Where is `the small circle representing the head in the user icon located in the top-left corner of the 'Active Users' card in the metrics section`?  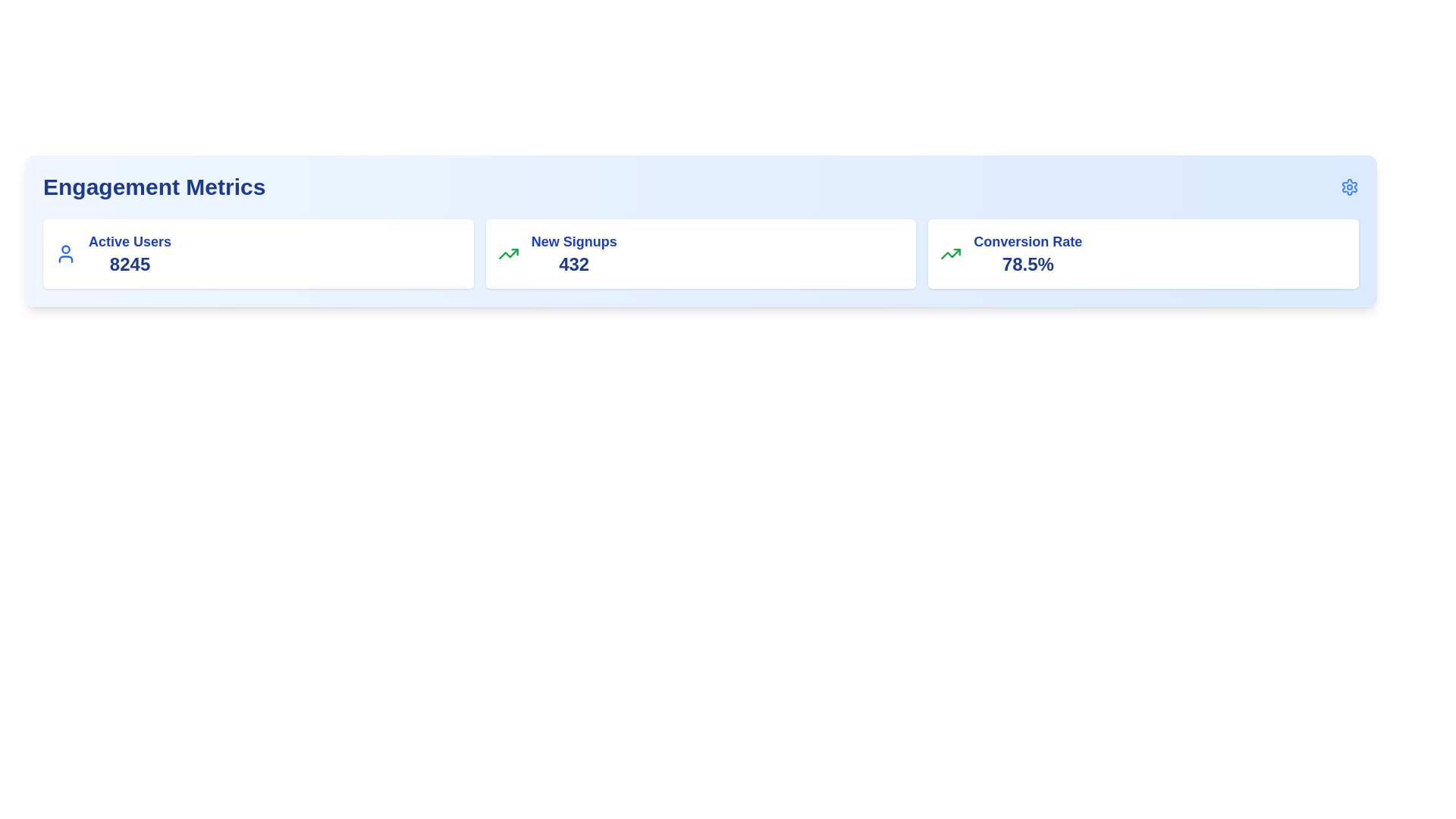 the small circle representing the head in the user icon located in the top-left corner of the 'Active Users' card in the metrics section is located at coordinates (64, 248).